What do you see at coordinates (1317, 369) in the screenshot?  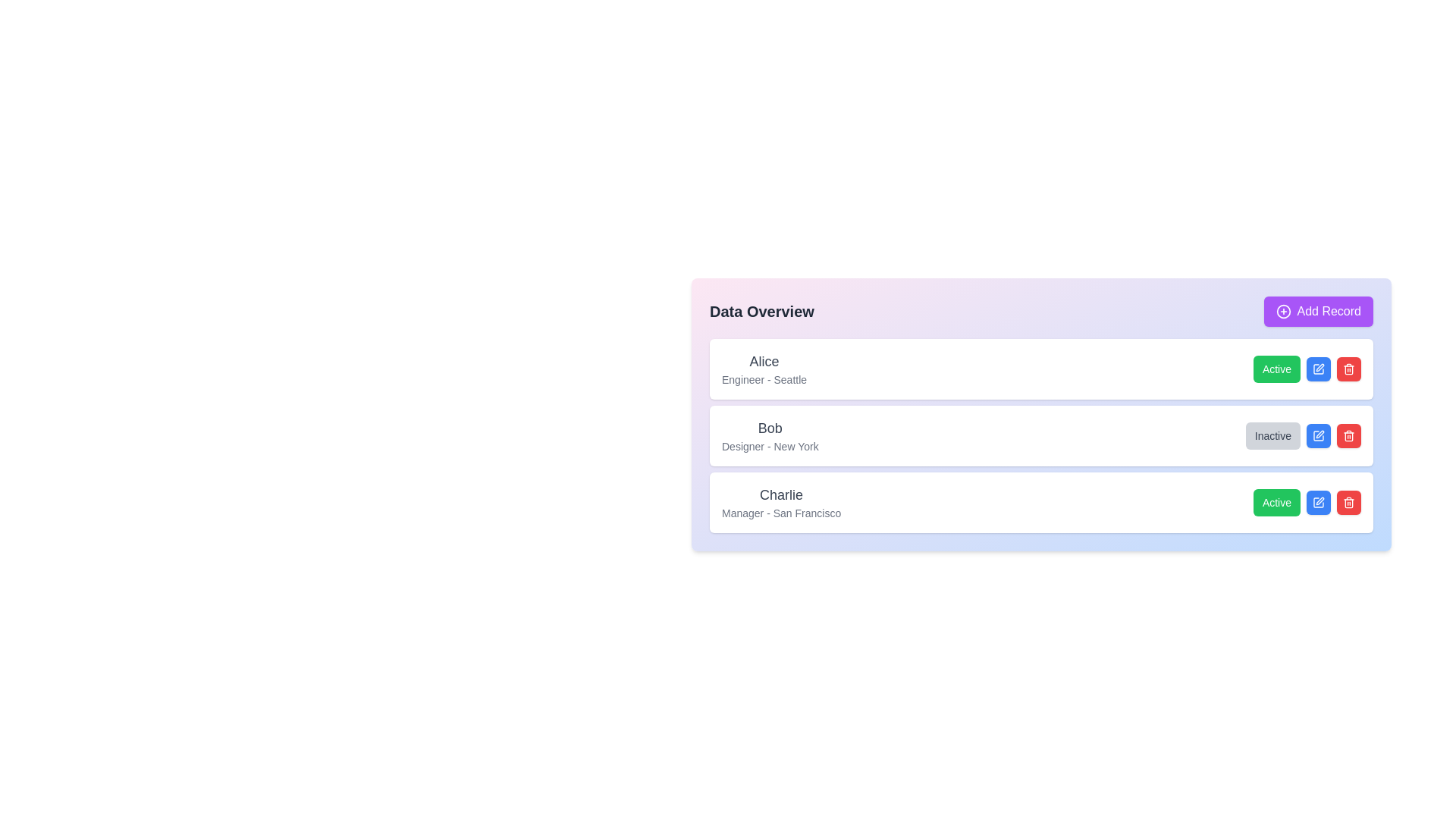 I see `the pen icon located in the action section of the second data entry row titled 'Bob' to initiate editing` at bounding box center [1317, 369].